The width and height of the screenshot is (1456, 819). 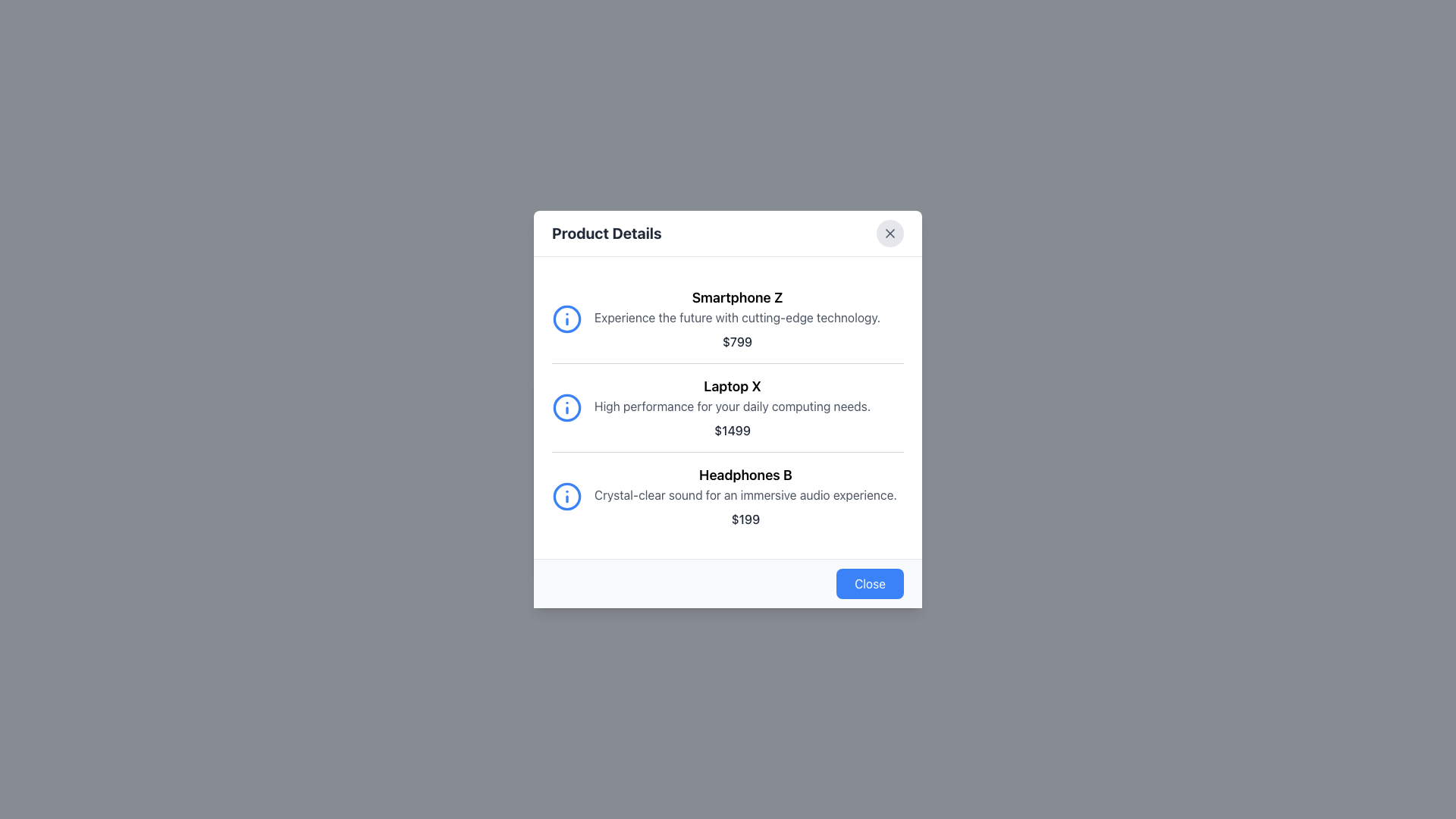 I want to click on the text block containing the title 'Laptop X', description 'High performance for your daily computing needs.', and price '$1499' which is the second item in a vertically aligned list of products, so click(x=732, y=406).